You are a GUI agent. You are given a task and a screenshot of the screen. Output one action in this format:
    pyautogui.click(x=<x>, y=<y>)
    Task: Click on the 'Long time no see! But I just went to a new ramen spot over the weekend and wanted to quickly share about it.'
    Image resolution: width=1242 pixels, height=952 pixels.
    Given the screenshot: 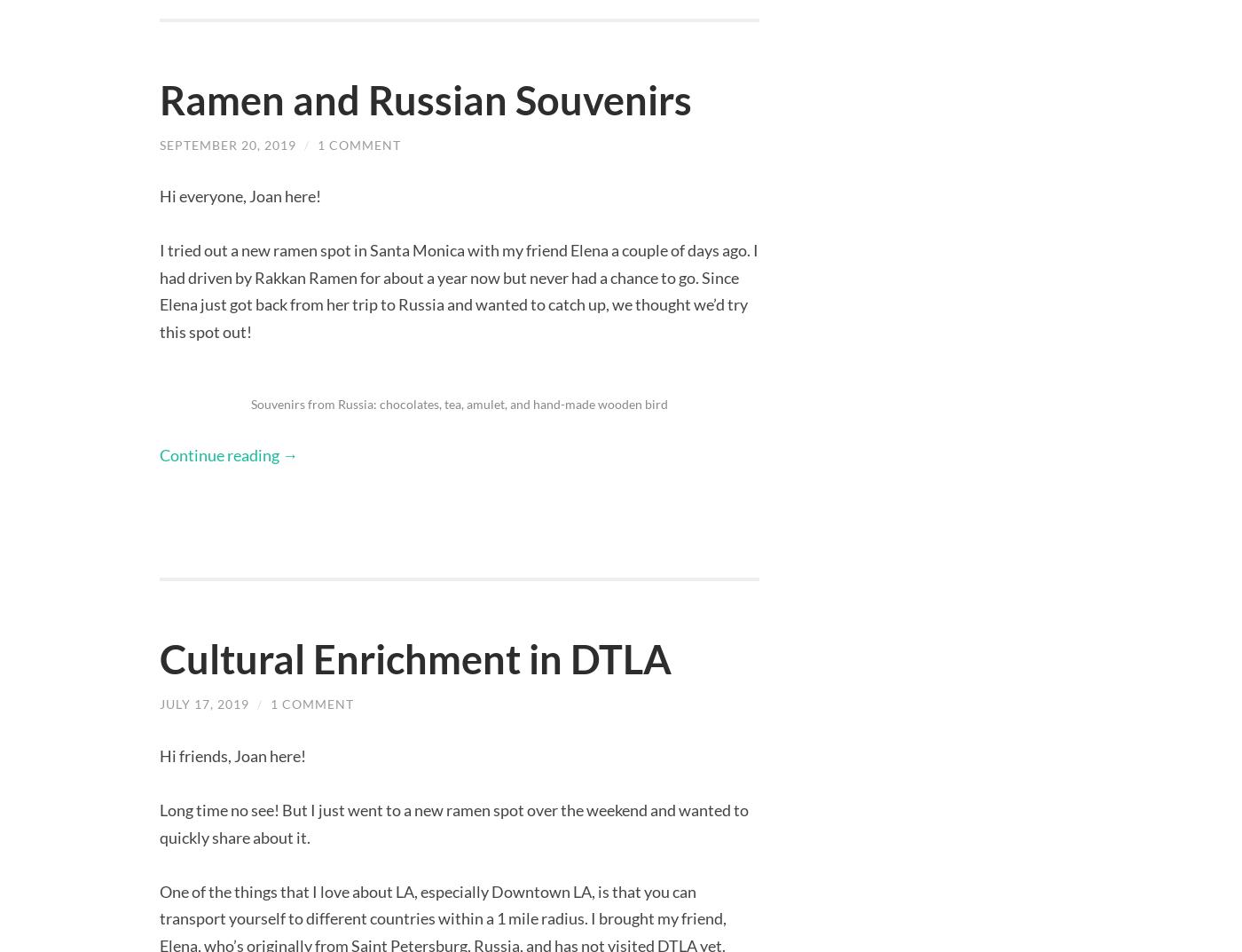 What is the action you would take?
    pyautogui.click(x=453, y=822)
    